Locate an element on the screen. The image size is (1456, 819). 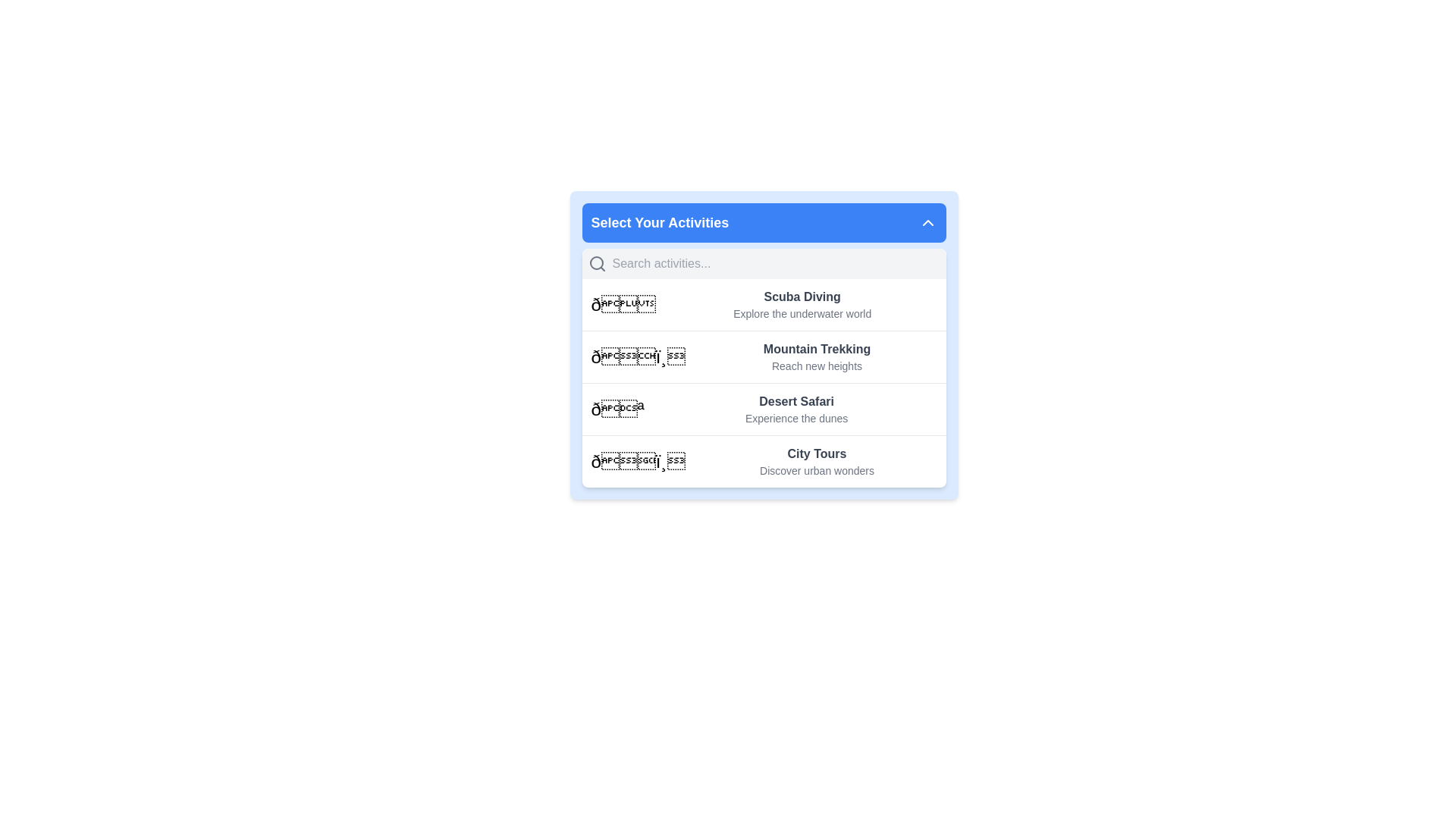
the informational label that provides additional detail about the 'Desert Safari' activity located below the title in the horizontal list of selectable items is located at coordinates (795, 418).